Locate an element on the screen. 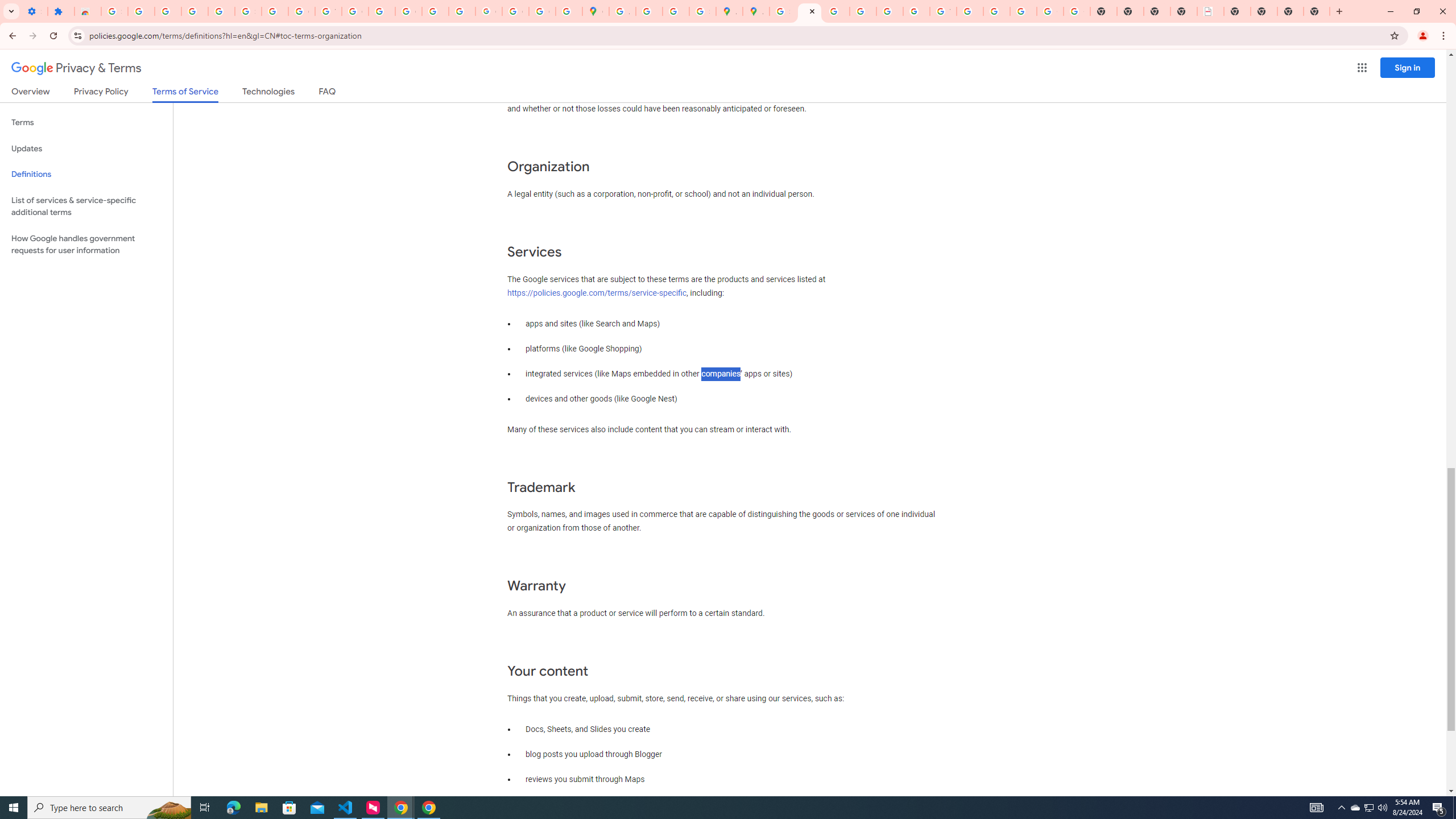 The height and width of the screenshot is (819, 1456). 'Overview' is located at coordinates (30, 93).